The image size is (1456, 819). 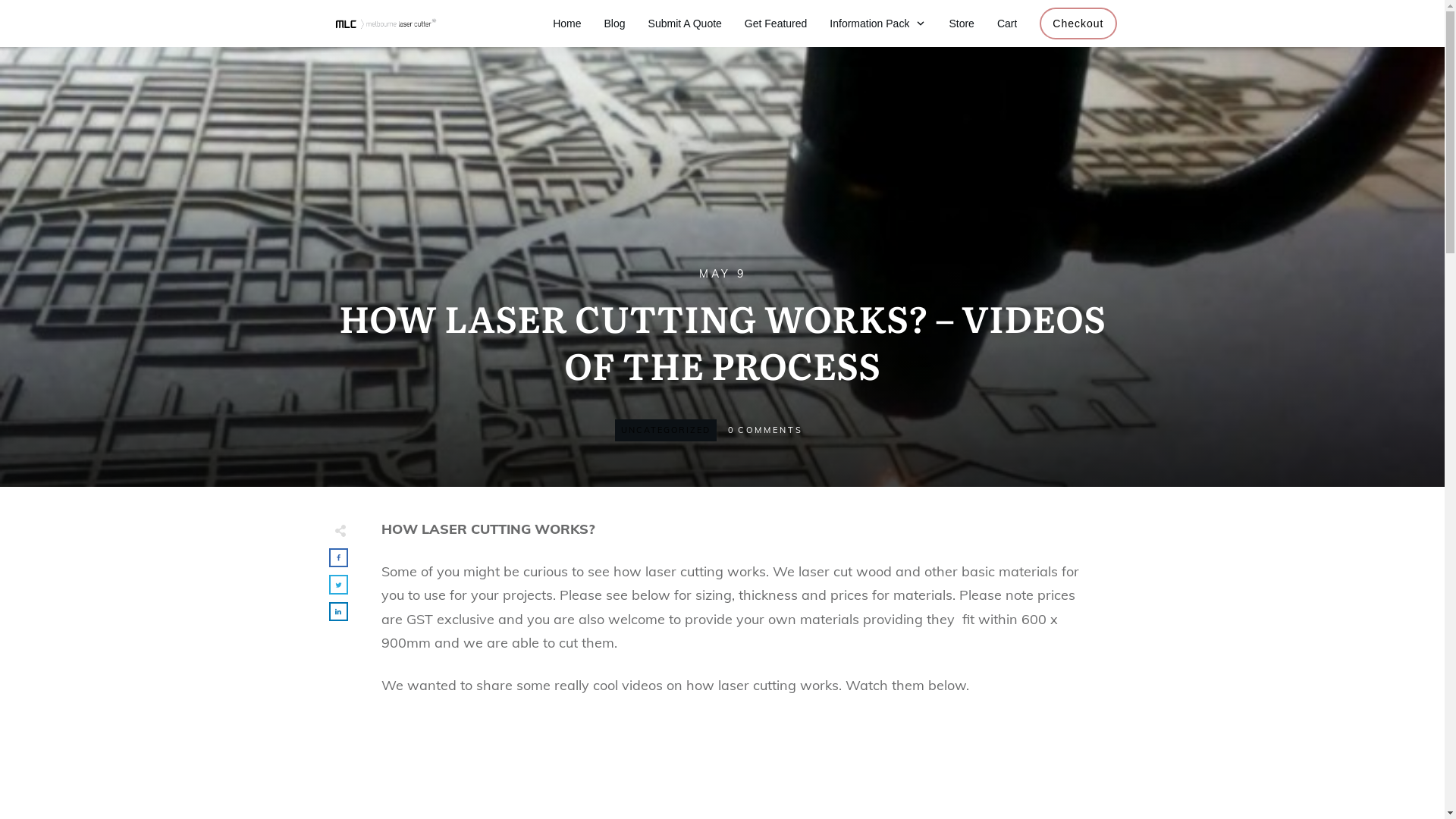 I want to click on 'Cart', so click(x=1007, y=23).